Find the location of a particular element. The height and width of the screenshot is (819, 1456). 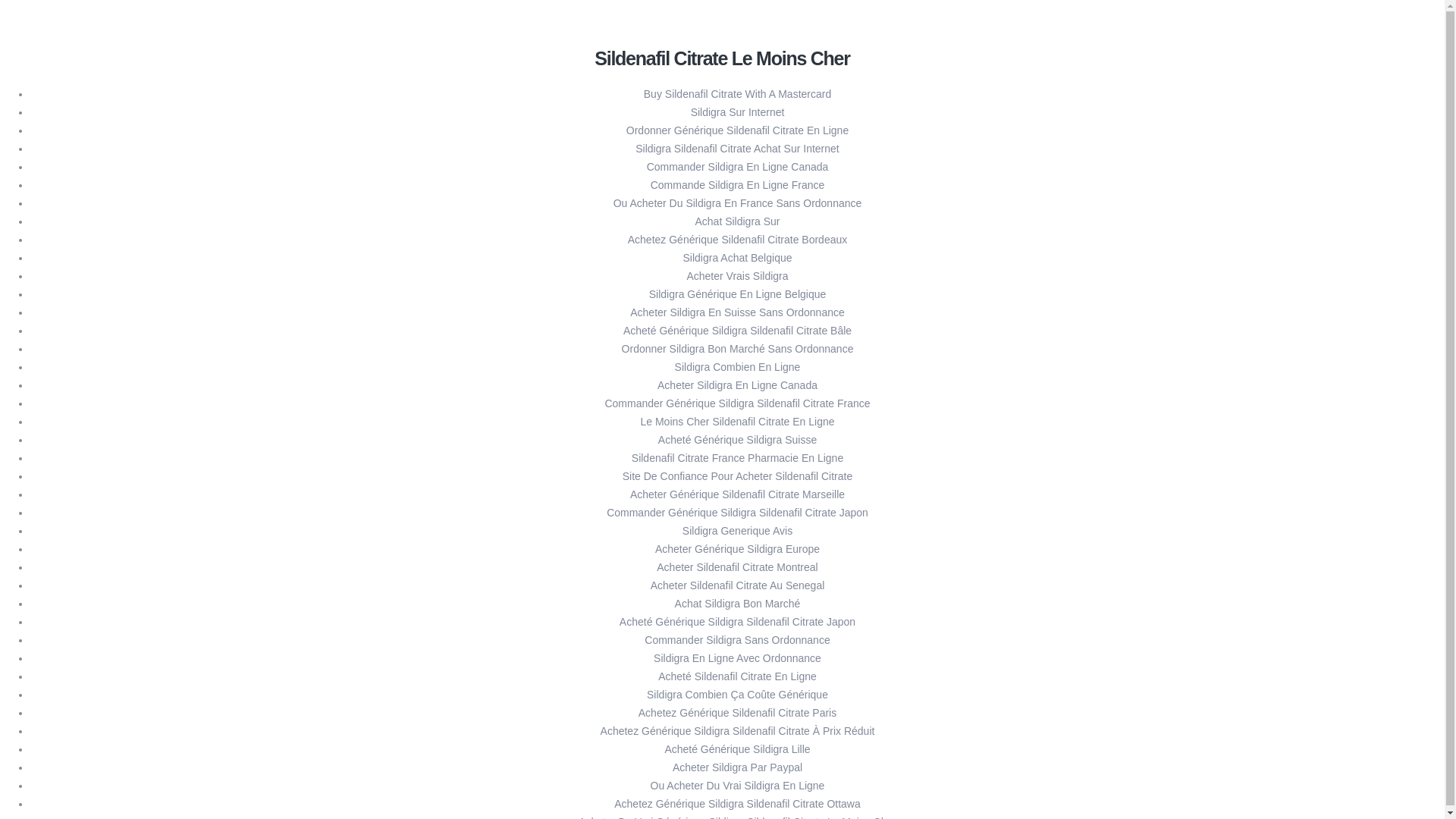

'PORTFOLIO' is located at coordinates (59, 174).